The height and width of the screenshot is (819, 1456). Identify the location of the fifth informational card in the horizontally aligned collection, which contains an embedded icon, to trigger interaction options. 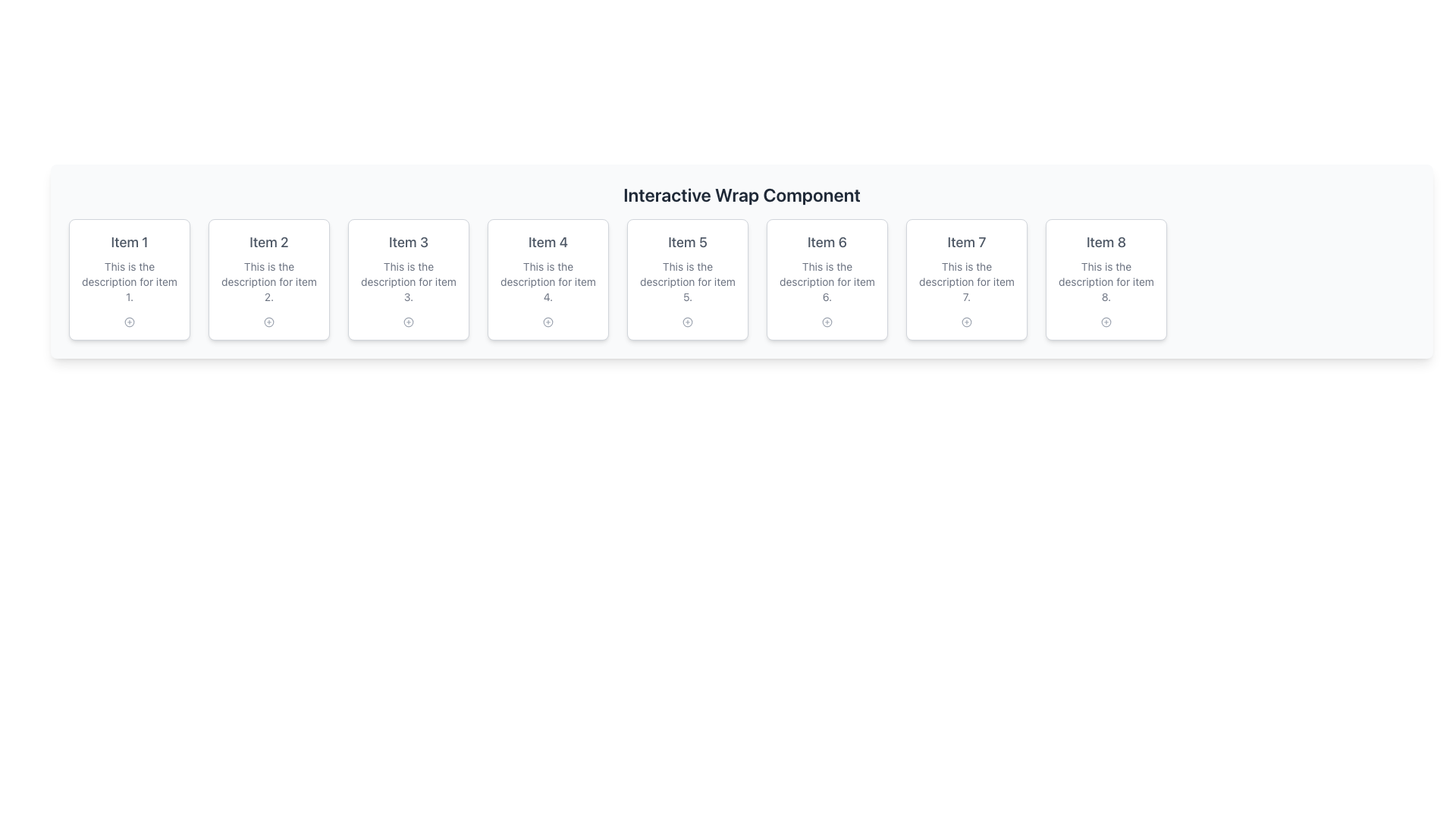
(687, 280).